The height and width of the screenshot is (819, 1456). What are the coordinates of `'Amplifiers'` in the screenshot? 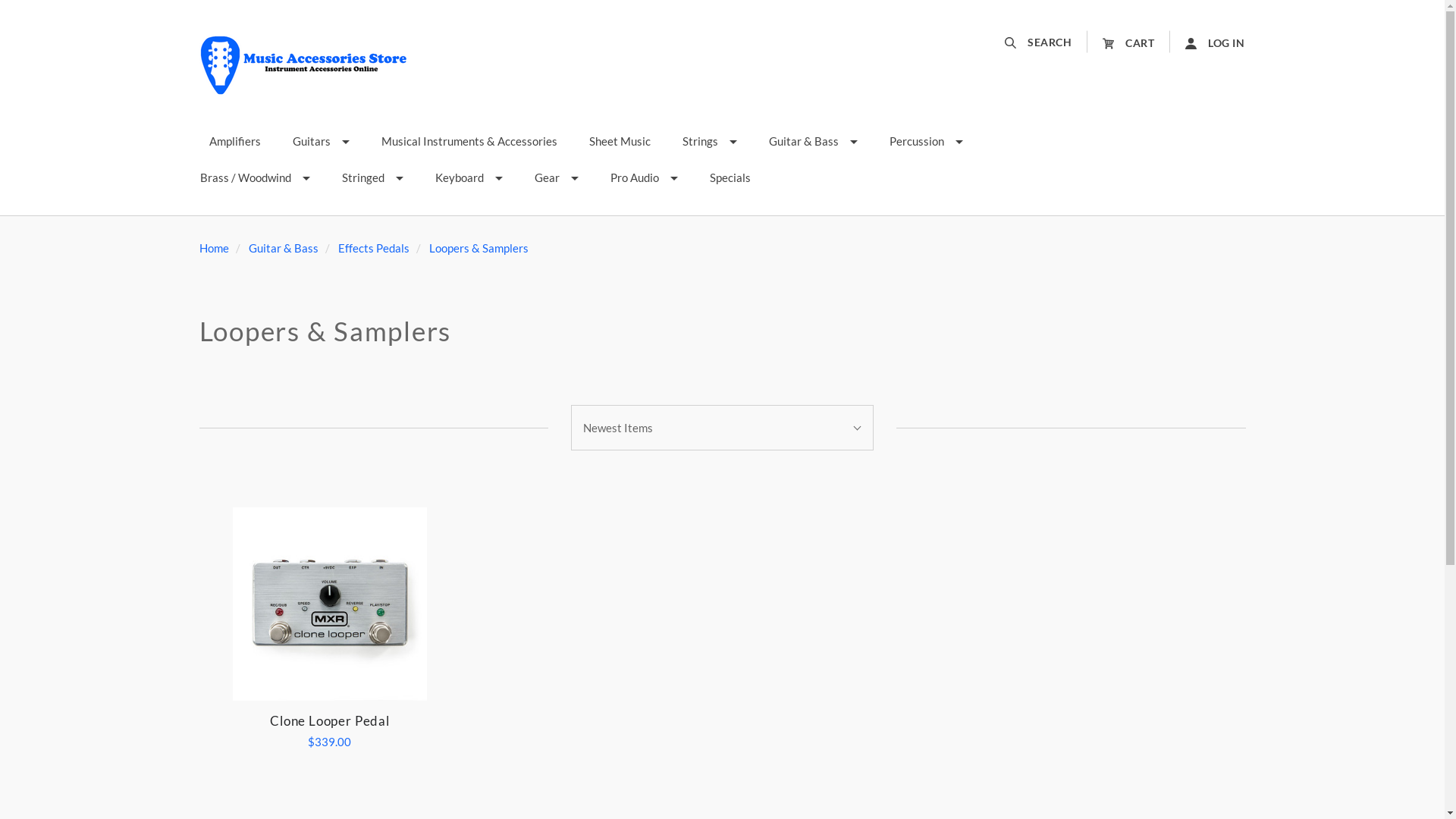 It's located at (196, 141).